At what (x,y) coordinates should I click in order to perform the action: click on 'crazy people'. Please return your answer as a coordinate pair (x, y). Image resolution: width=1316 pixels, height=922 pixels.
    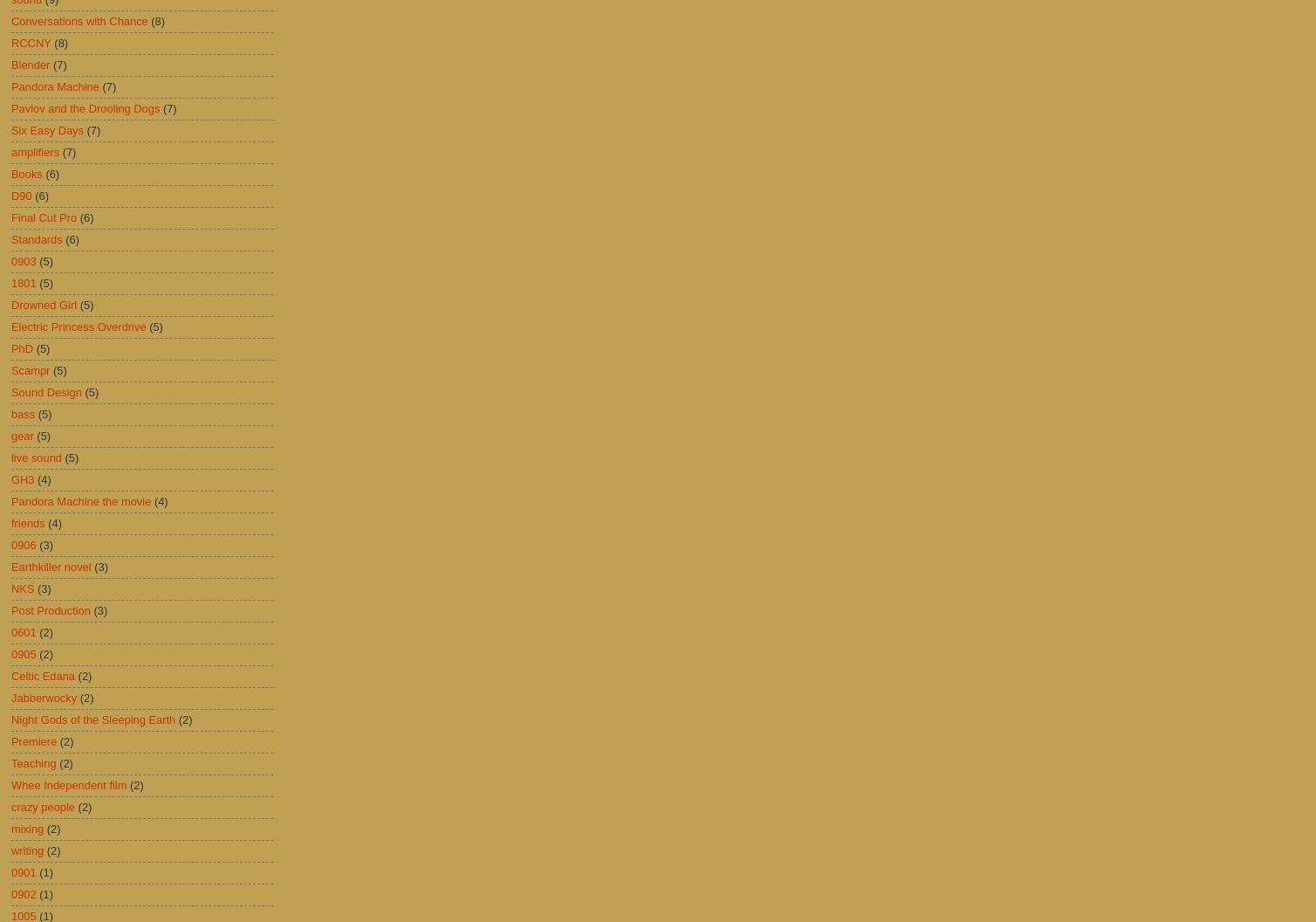
    Looking at the image, I should click on (43, 807).